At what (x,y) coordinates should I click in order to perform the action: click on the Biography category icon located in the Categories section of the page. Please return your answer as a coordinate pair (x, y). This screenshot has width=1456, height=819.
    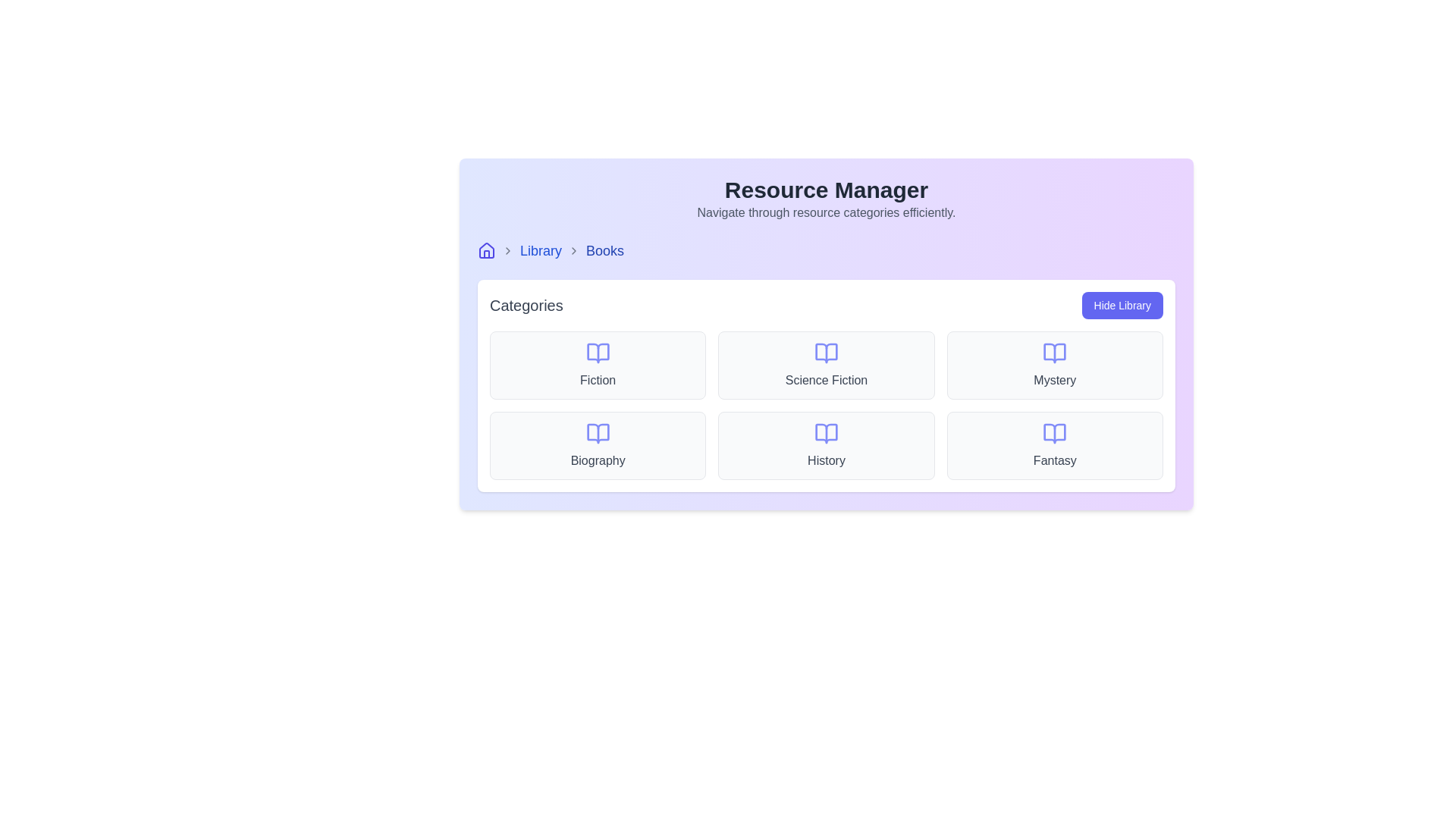
    Looking at the image, I should click on (597, 433).